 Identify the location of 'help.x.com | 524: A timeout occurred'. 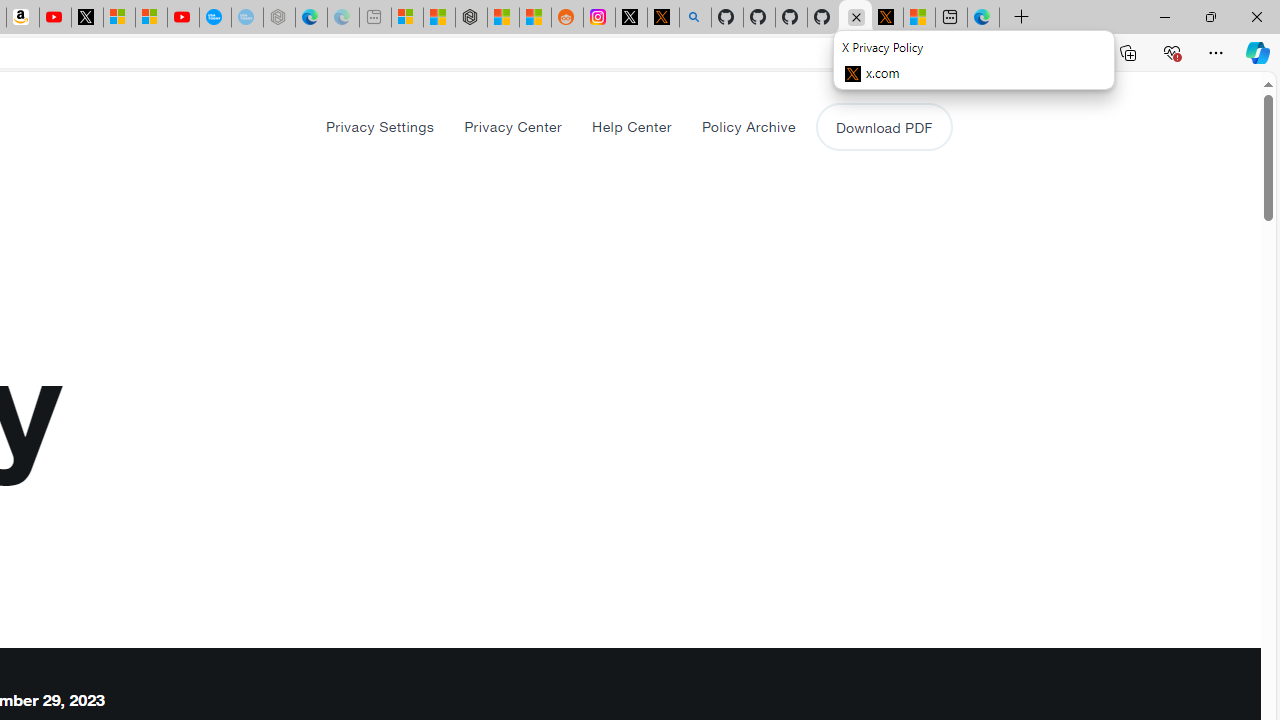
(663, 17).